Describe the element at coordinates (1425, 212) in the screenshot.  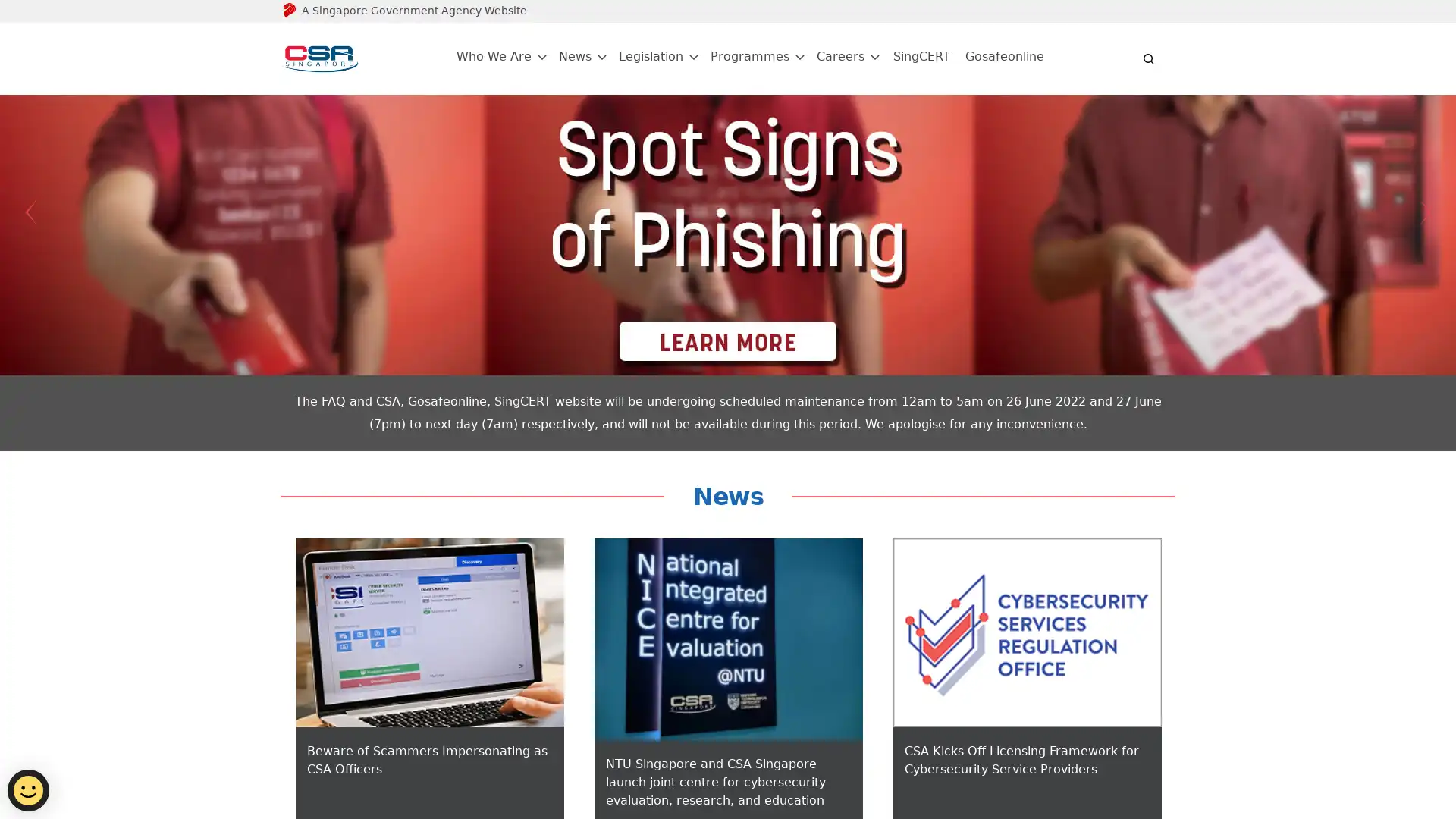
I see `Next` at that location.